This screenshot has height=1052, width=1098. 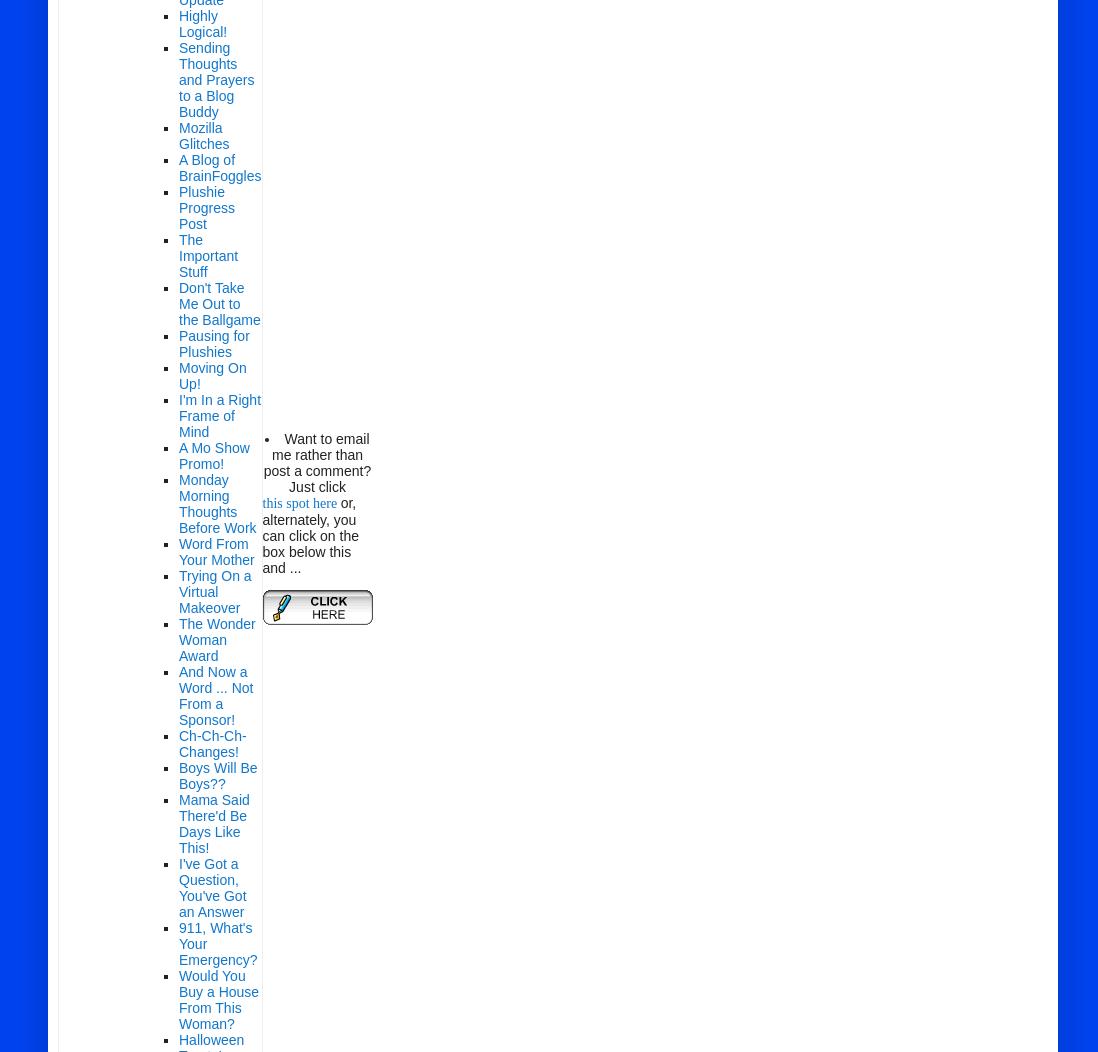 What do you see at coordinates (213, 343) in the screenshot?
I see `'Pausing for Plushies'` at bounding box center [213, 343].